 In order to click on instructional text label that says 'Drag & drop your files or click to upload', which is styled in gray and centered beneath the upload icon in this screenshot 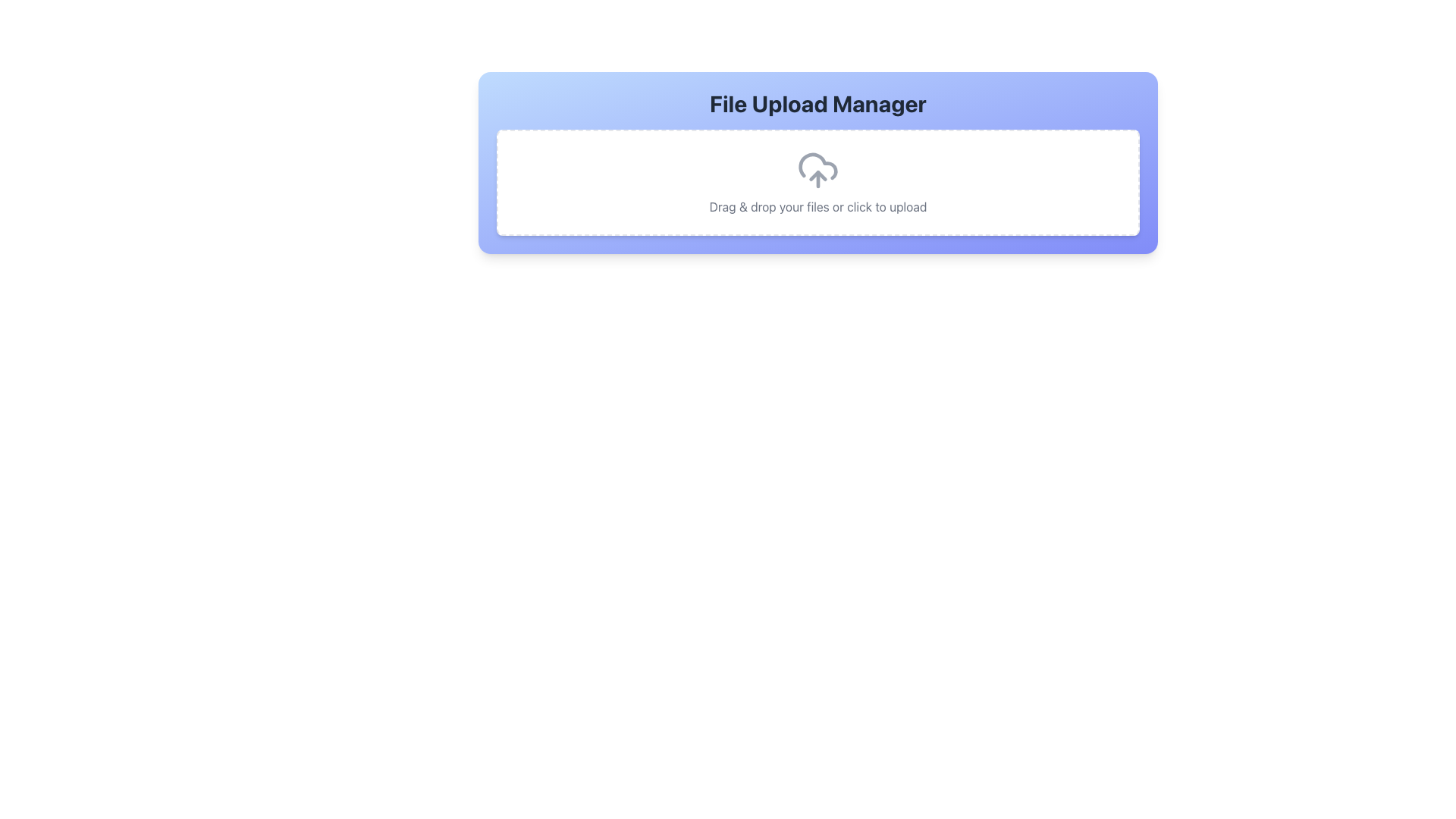, I will do `click(817, 207)`.